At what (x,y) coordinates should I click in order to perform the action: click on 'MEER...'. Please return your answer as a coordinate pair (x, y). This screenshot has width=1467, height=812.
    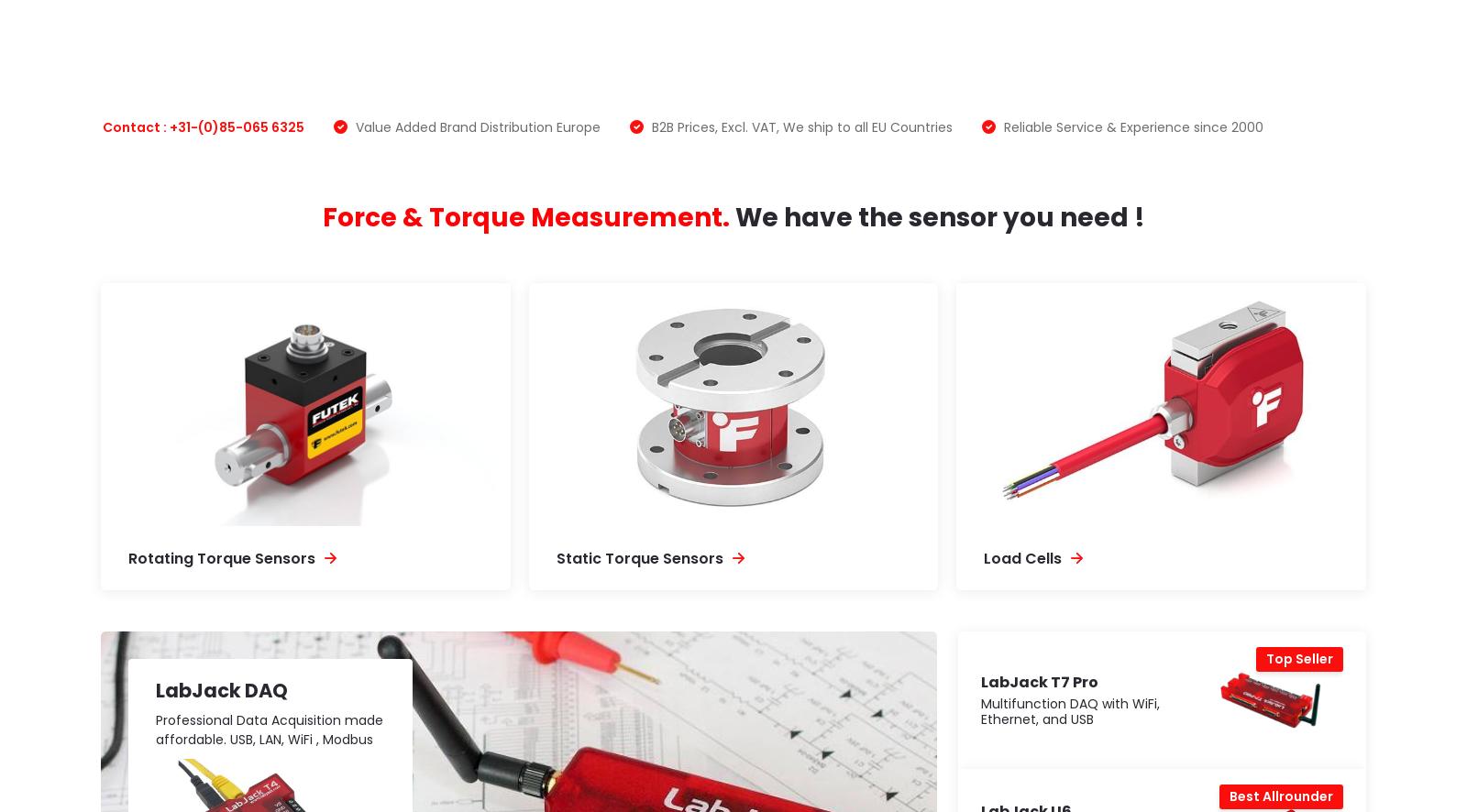
    Looking at the image, I should click on (1342, 74).